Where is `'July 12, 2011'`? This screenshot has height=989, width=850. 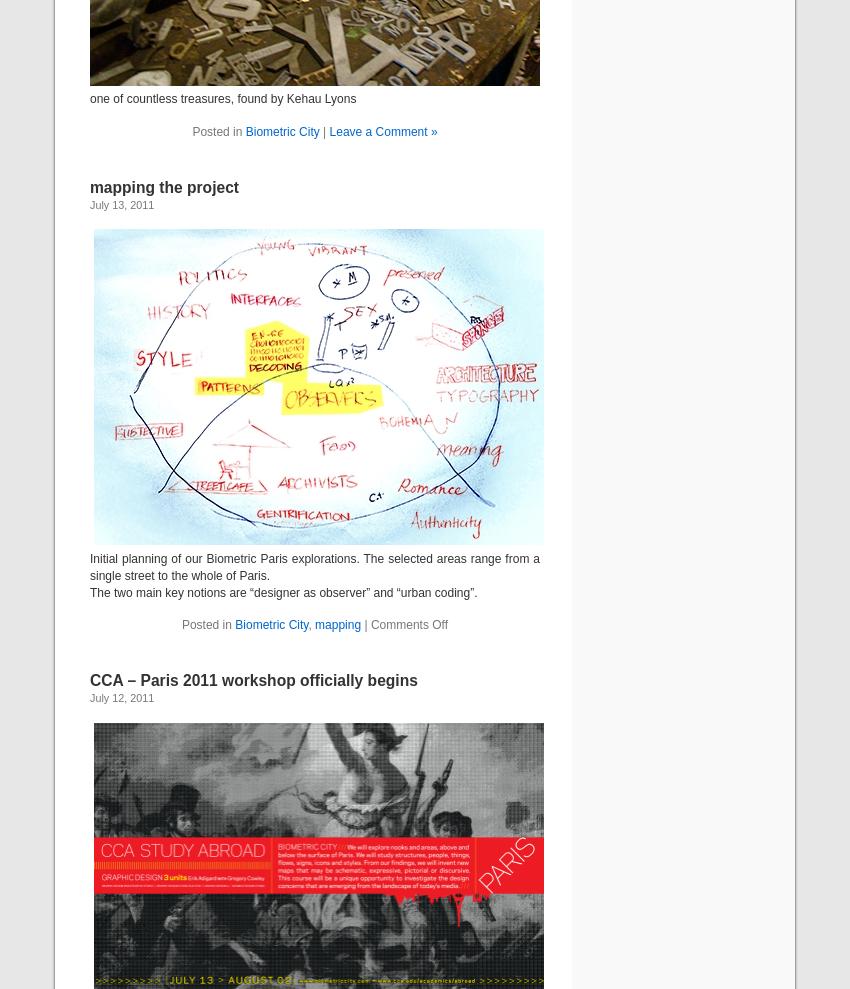
'July 12, 2011' is located at coordinates (120, 697).